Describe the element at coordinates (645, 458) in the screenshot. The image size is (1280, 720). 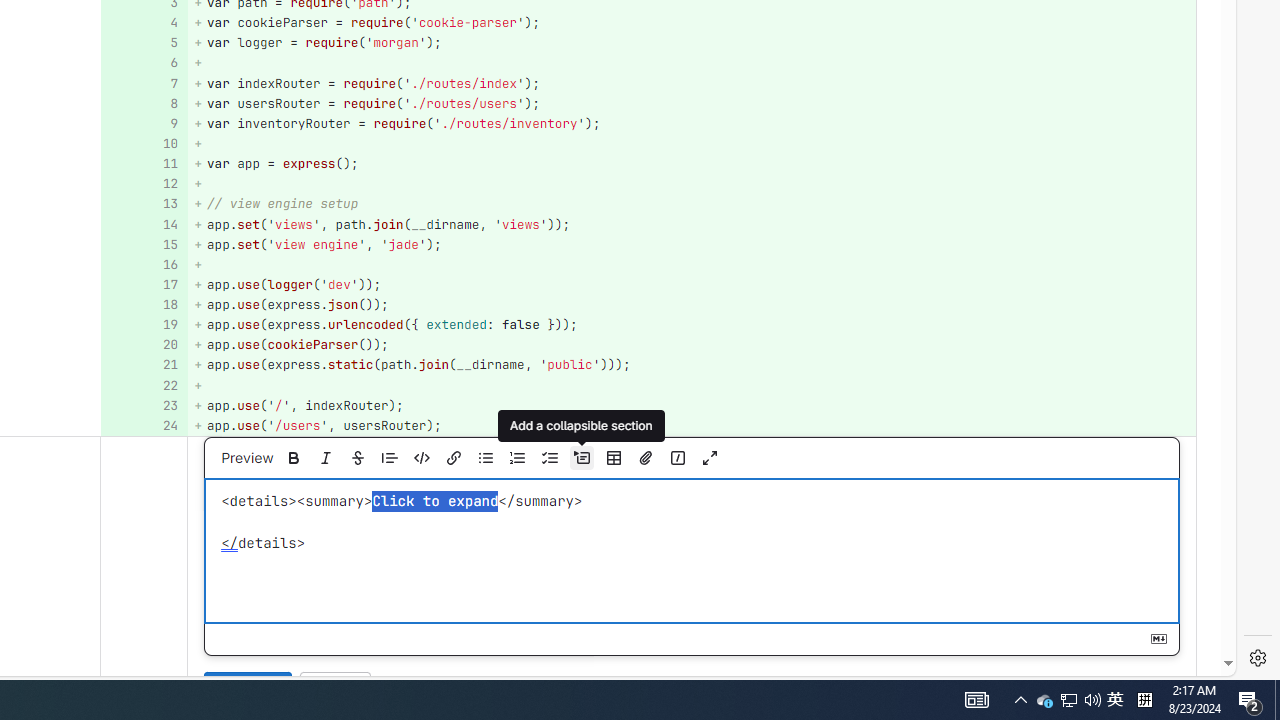
I see `'Attach a file or image'` at that location.